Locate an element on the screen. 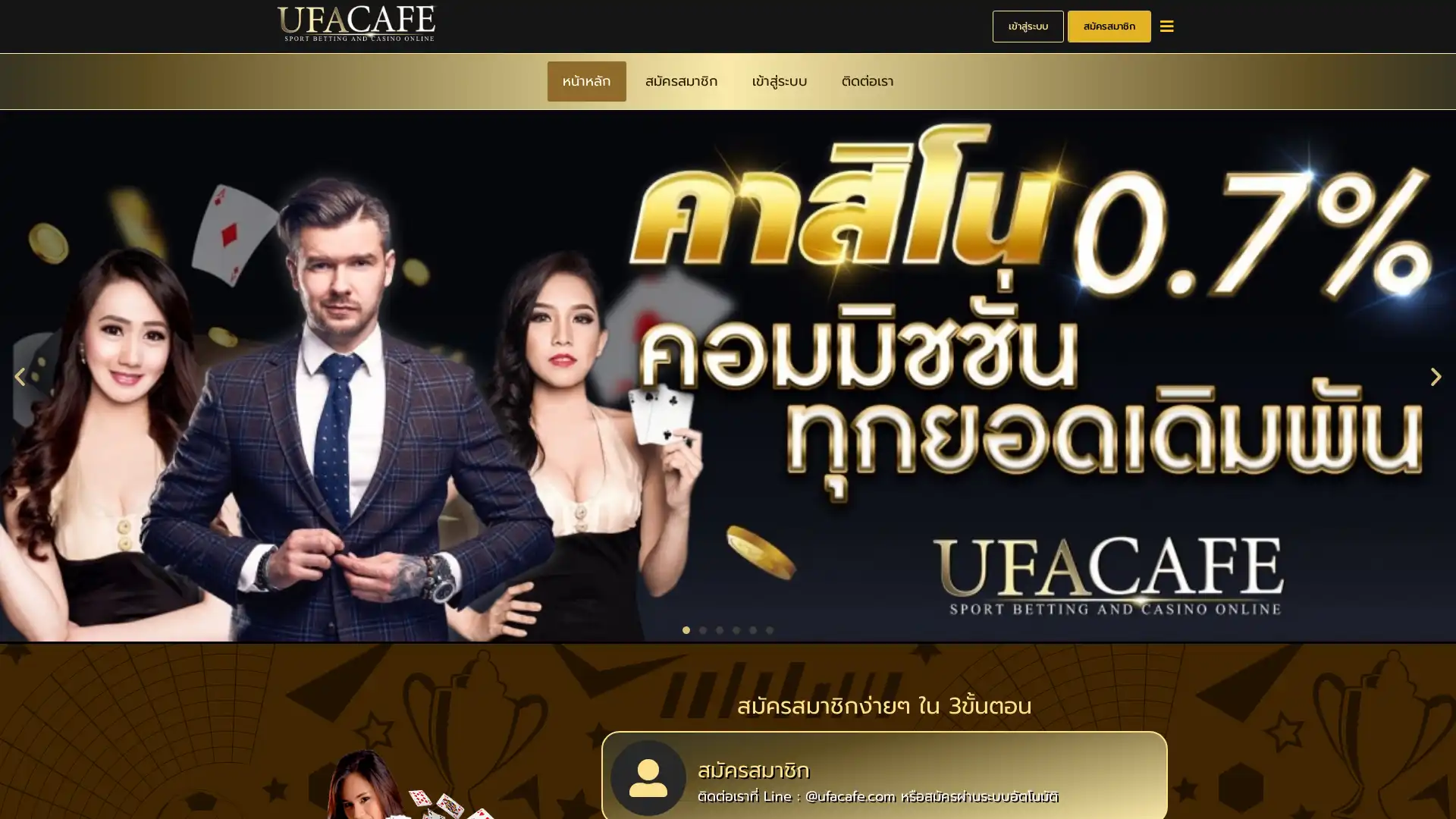 The width and height of the screenshot is (1456, 819). Go to slide 6 is located at coordinates (769, 628).